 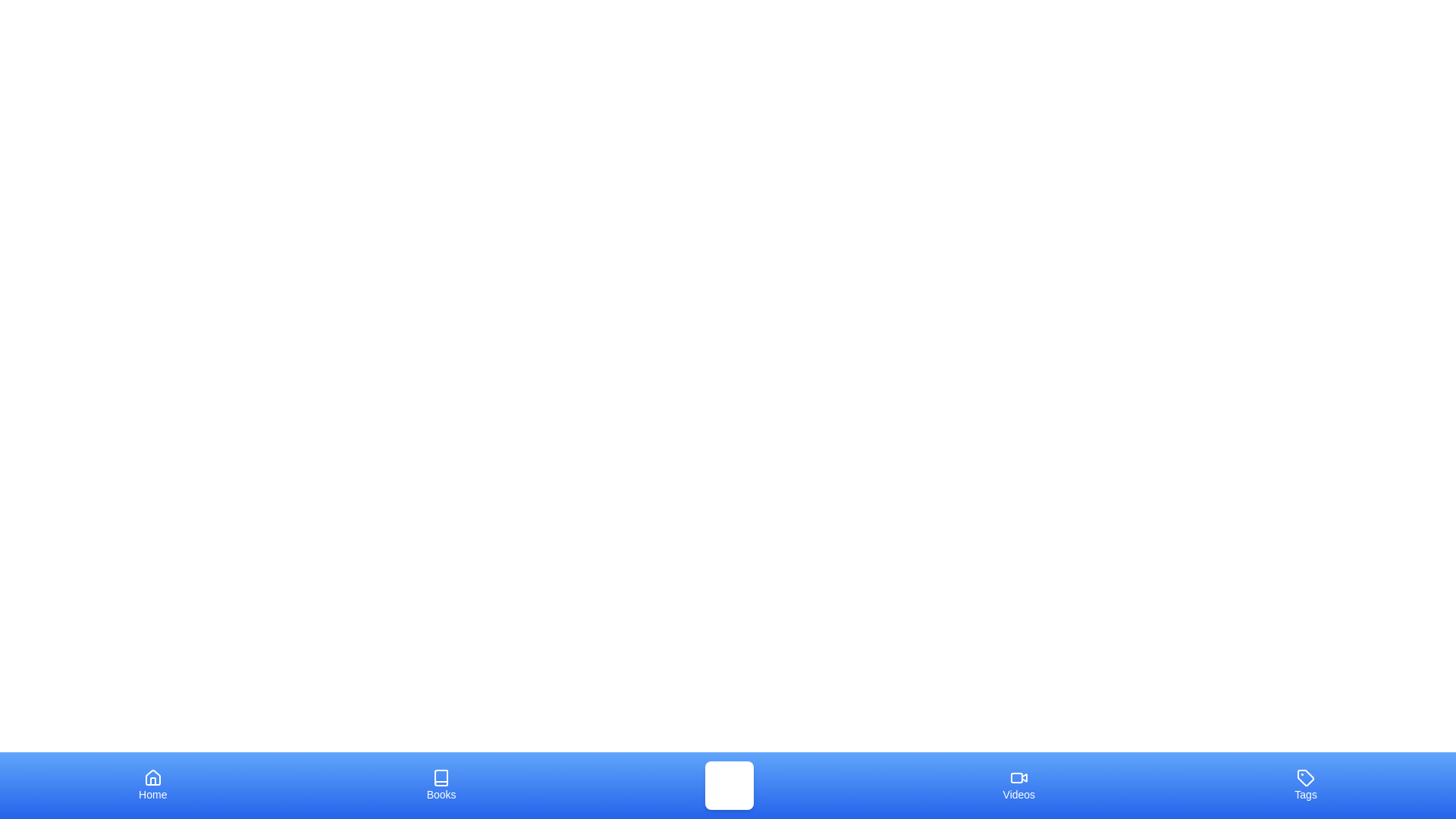 What do you see at coordinates (1018, 785) in the screenshot?
I see `the tab labeled Videos` at bounding box center [1018, 785].